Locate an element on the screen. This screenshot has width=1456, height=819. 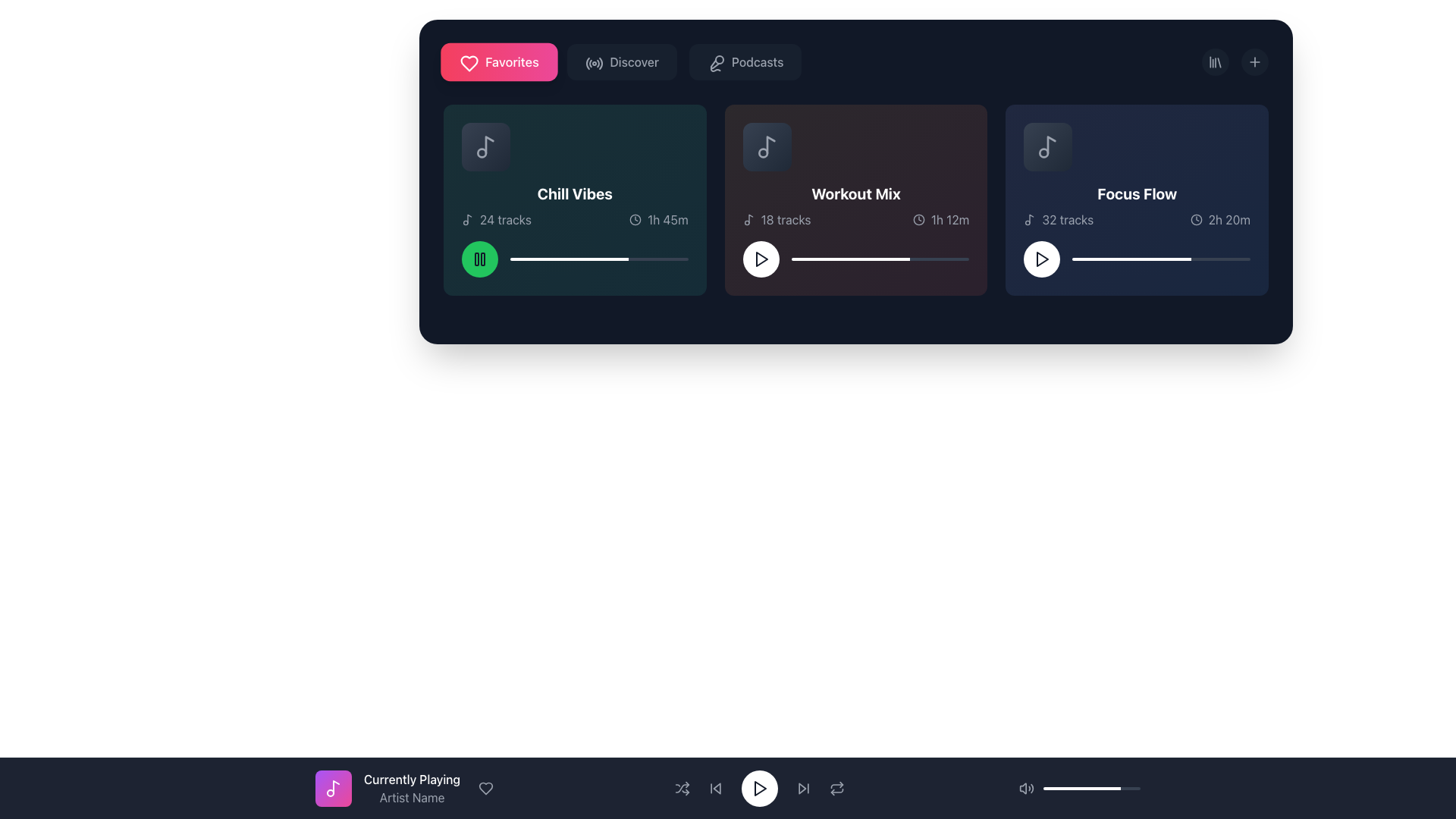
the text label displaying '32 tracks' with an adjacent musical note icon, located in the 'Focus Flow' card in the bottom-left area of the playlist card is located at coordinates (1058, 219).